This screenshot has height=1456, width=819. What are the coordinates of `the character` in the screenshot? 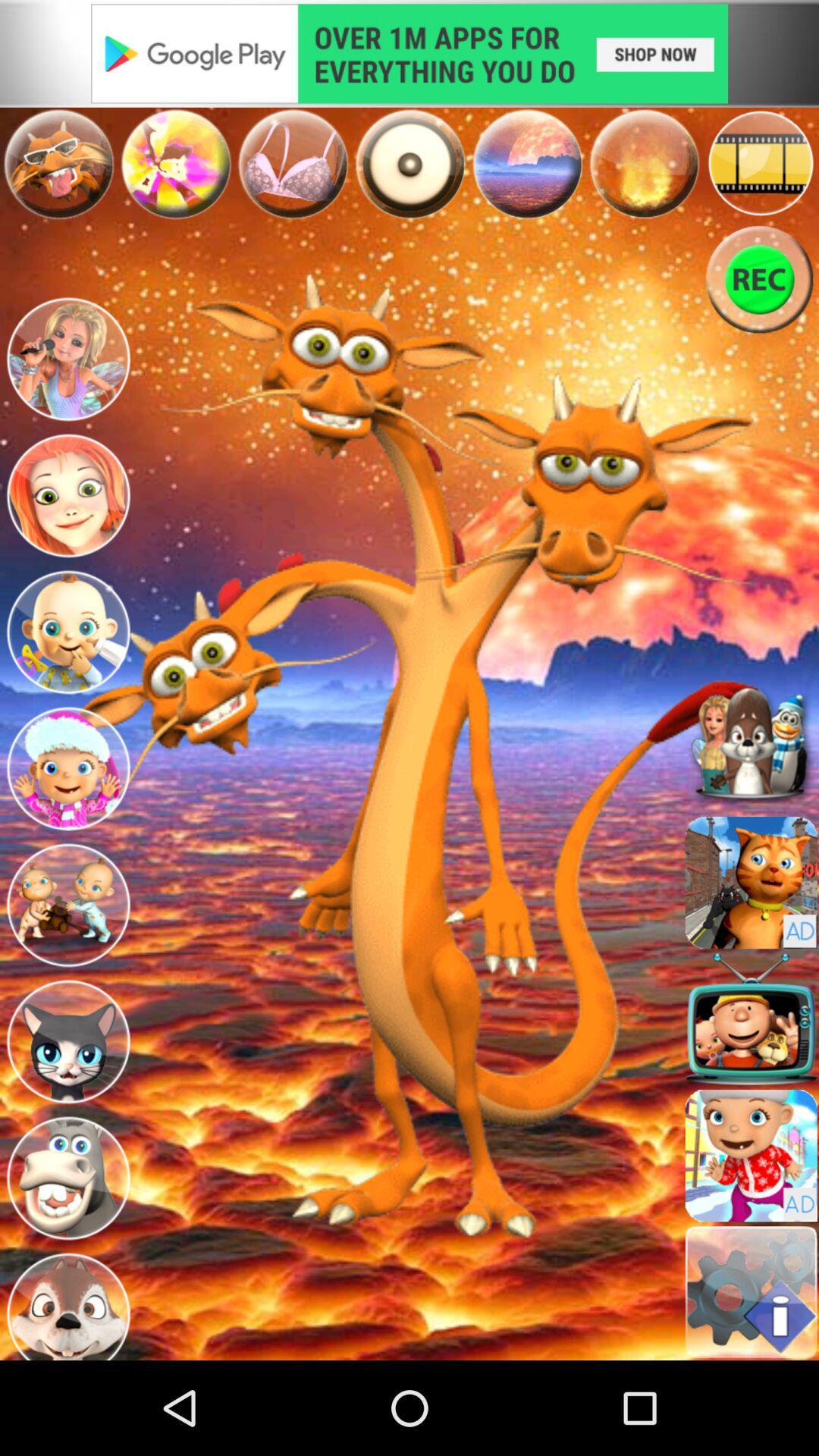 It's located at (67, 1178).